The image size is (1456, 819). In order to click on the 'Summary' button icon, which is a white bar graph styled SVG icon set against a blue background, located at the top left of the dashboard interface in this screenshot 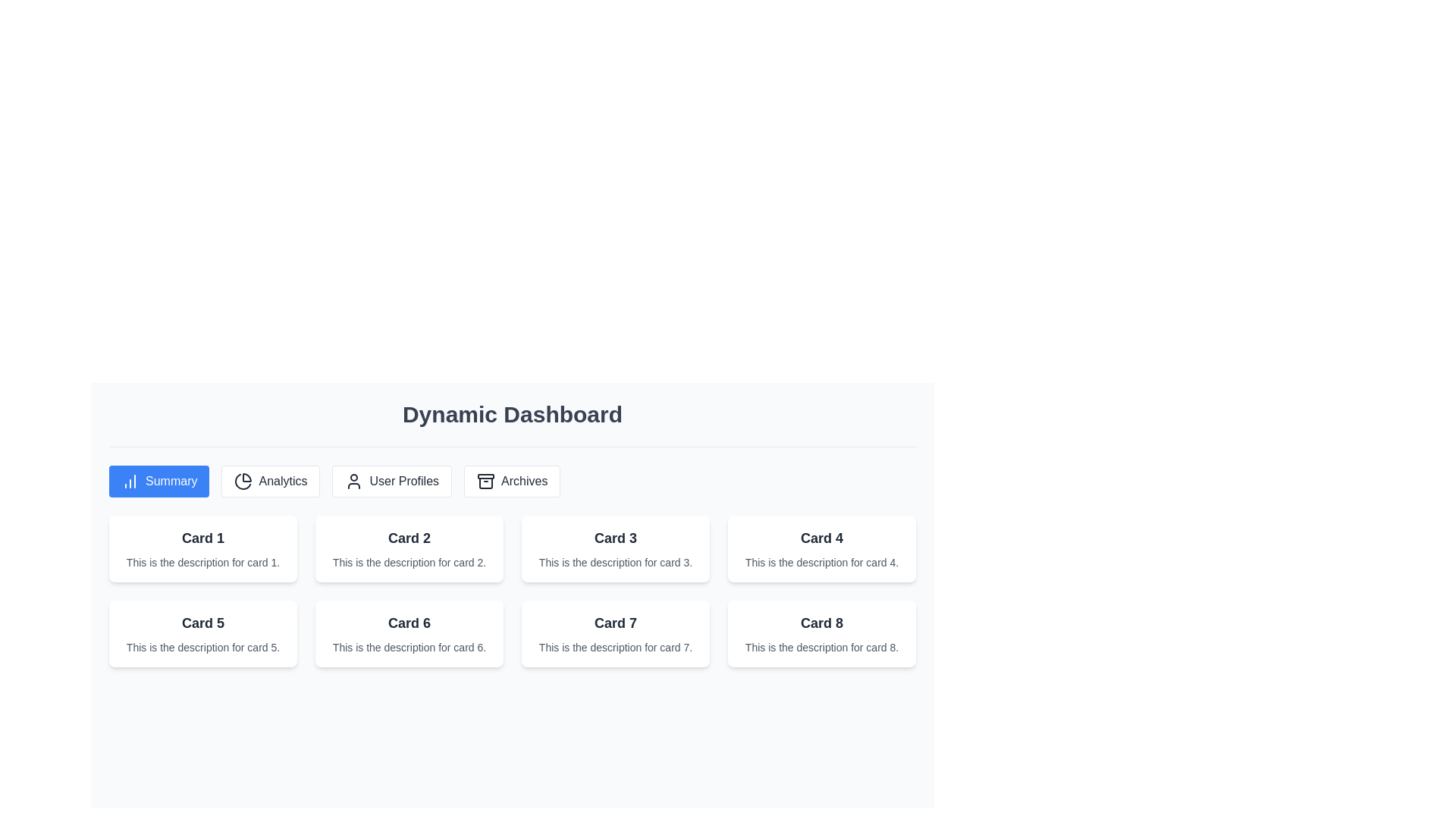, I will do `click(130, 482)`.